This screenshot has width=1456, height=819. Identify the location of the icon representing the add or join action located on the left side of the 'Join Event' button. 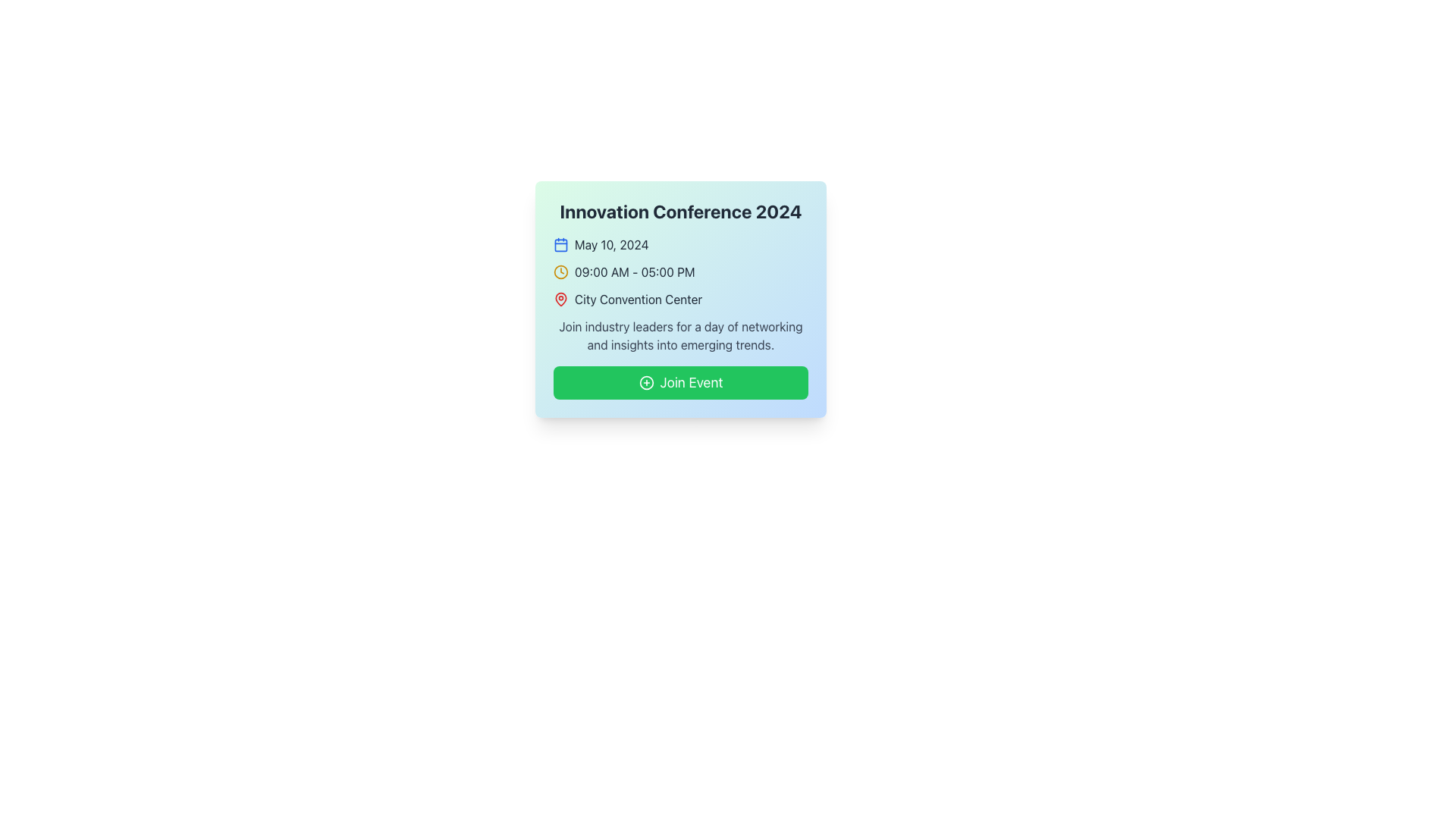
(646, 382).